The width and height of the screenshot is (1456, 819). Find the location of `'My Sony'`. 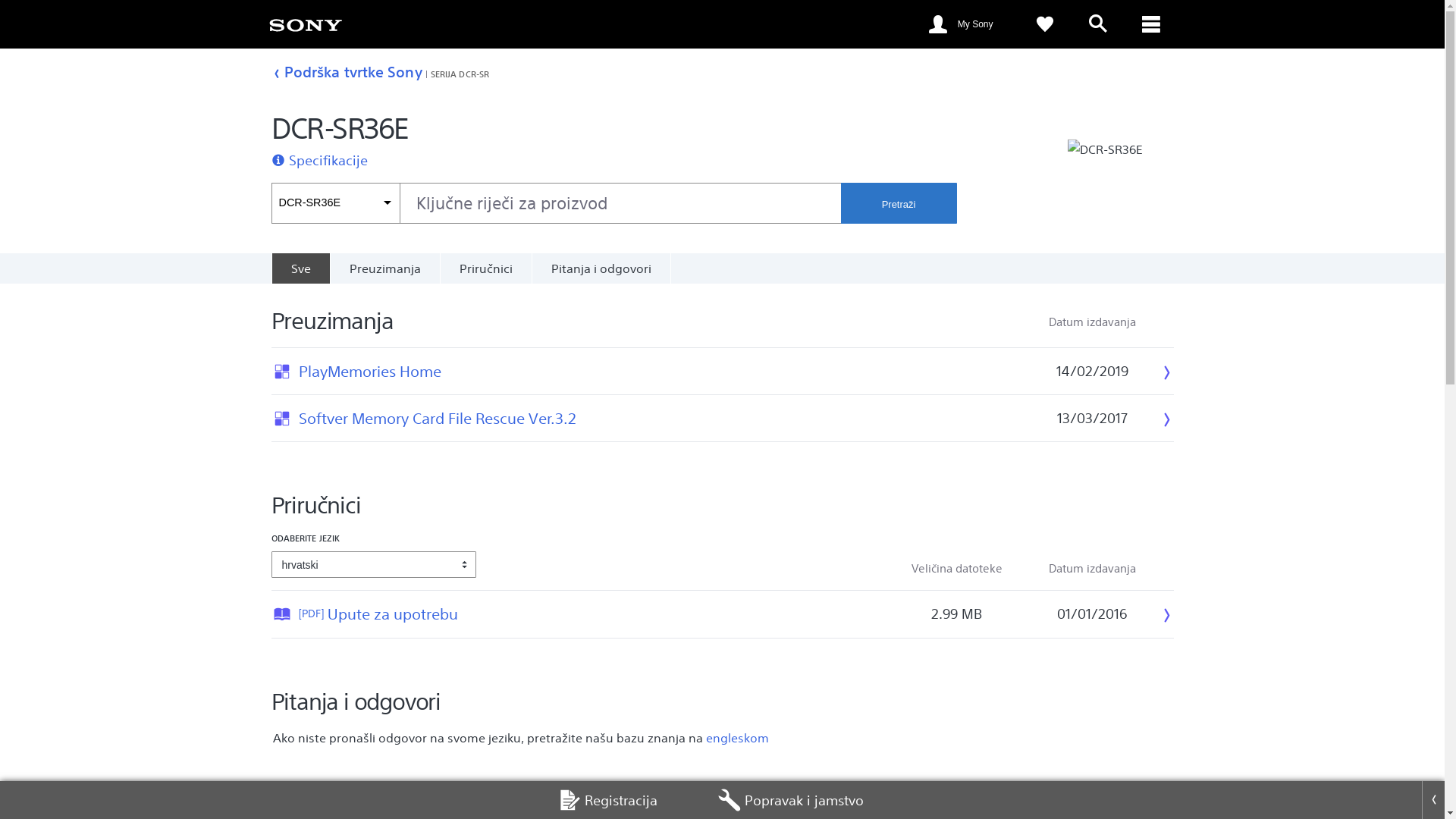

'My Sony' is located at coordinates (965, 24).